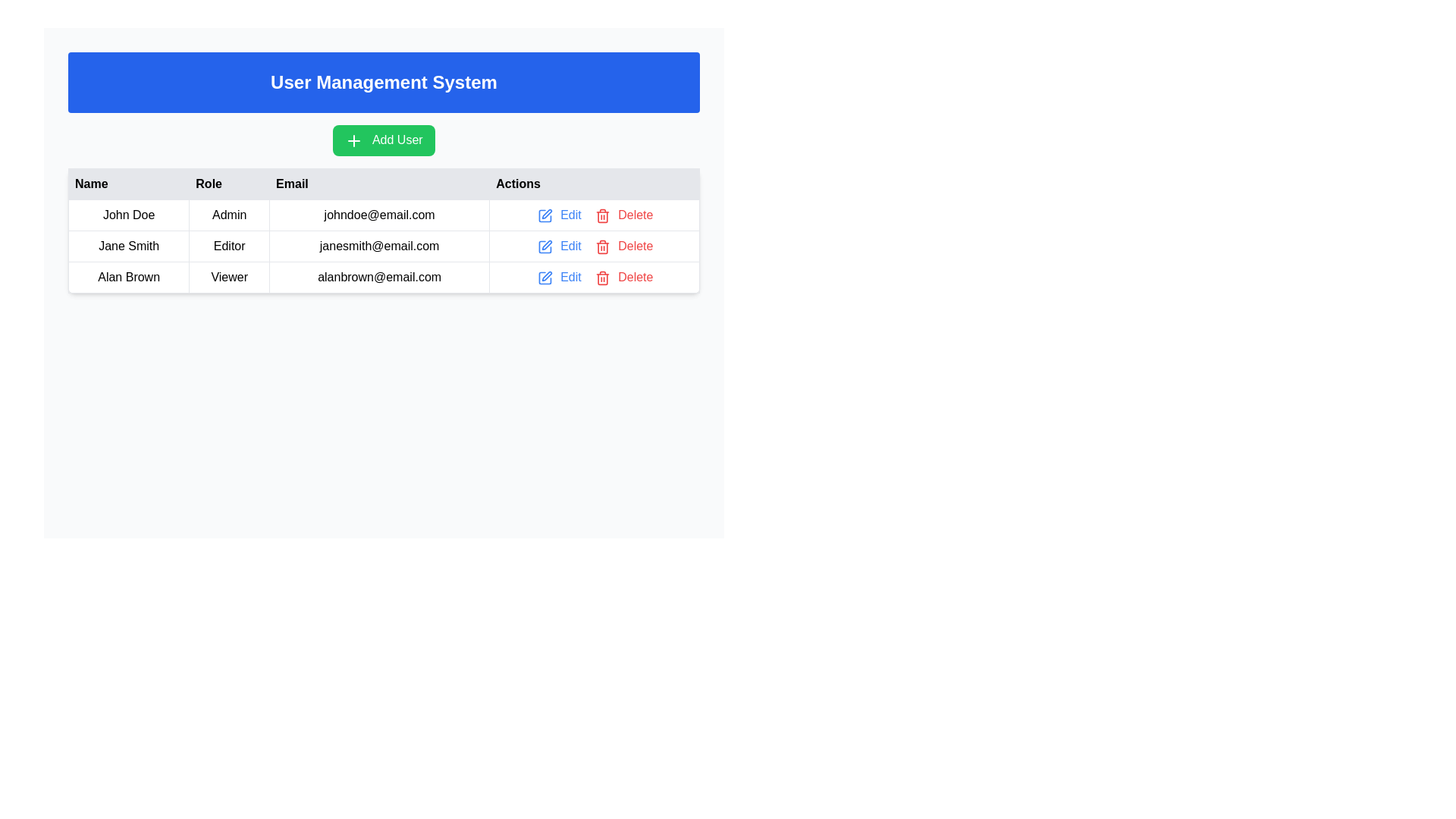 The image size is (1456, 819). Describe the element at coordinates (544, 278) in the screenshot. I see `the blue pen icon in the Actions column of the table, located in the last row corresponding to user 'Alan Brown', to initiate the editing function` at that location.